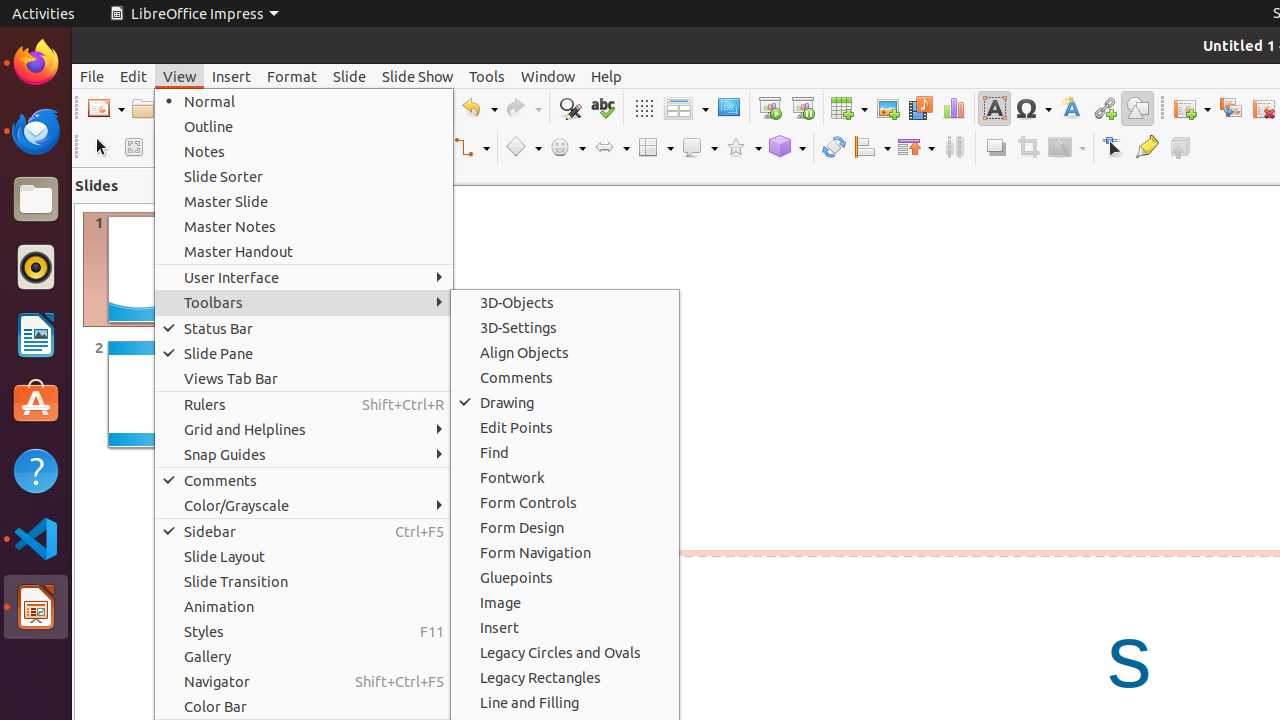 The image size is (1280, 720). I want to click on 'Window', so click(547, 75).